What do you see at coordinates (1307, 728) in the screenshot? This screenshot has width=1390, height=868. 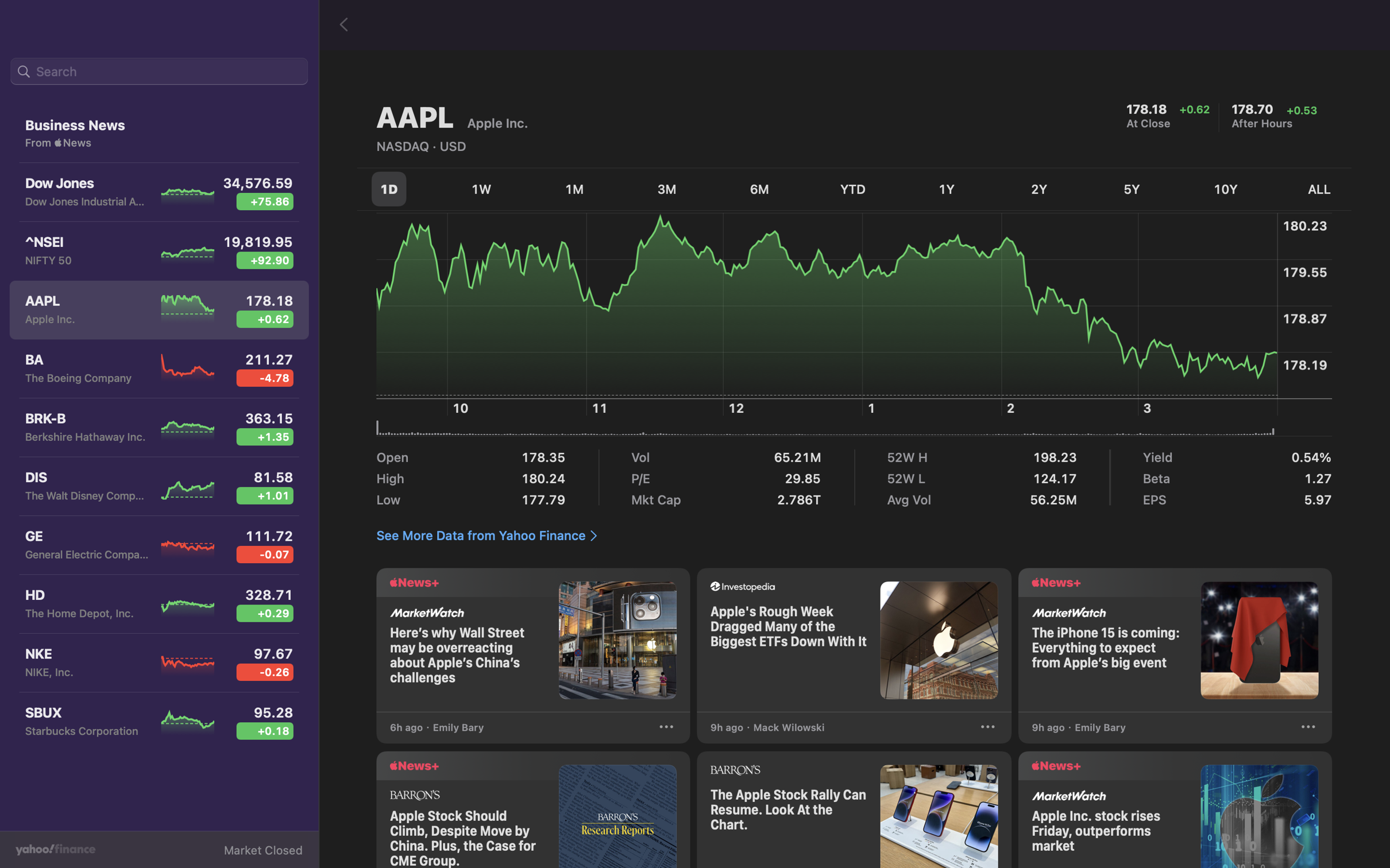 I see `Press on the "3 dots" for further actions` at bounding box center [1307, 728].